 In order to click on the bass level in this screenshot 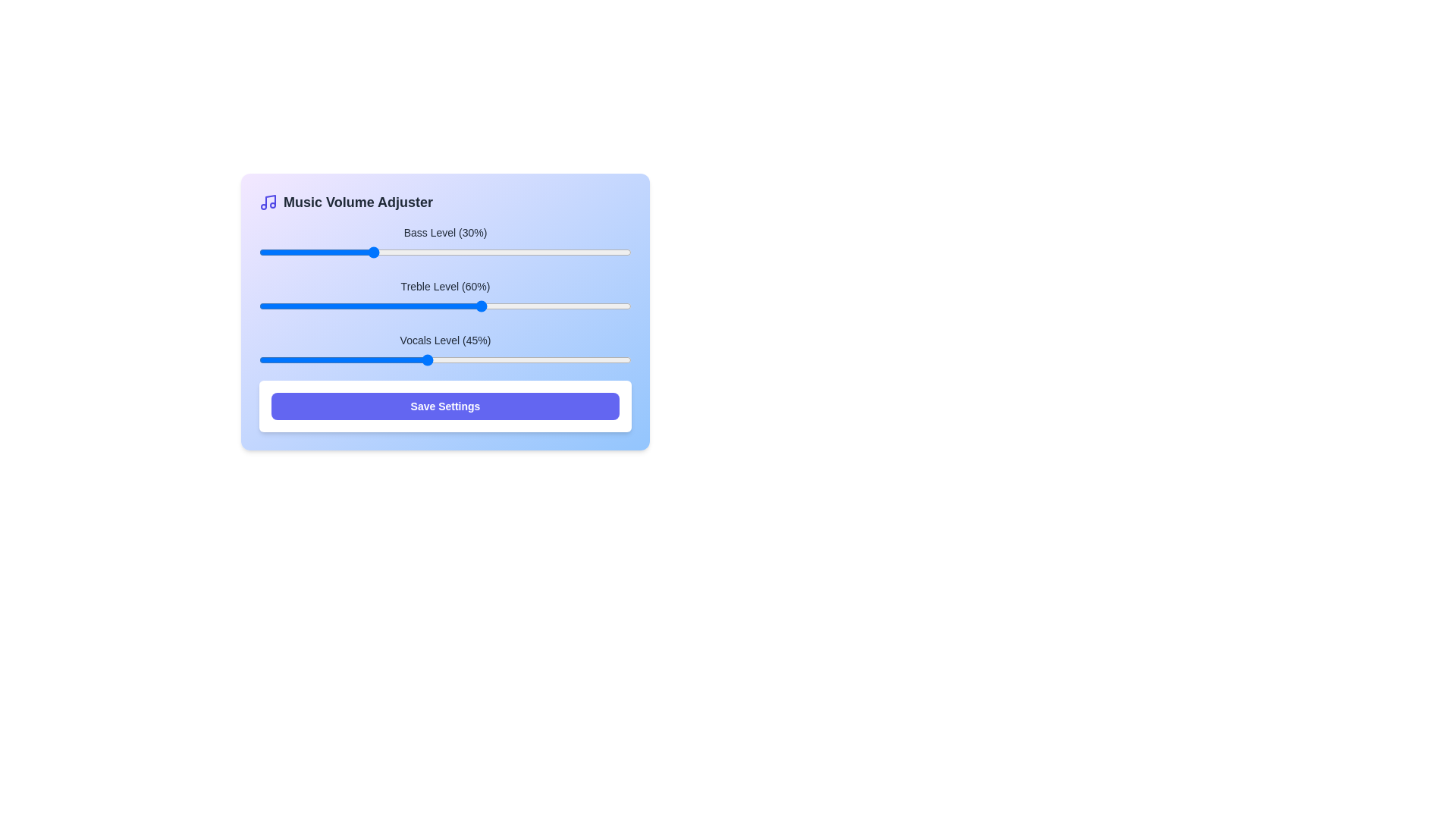, I will do `click(490, 251)`.